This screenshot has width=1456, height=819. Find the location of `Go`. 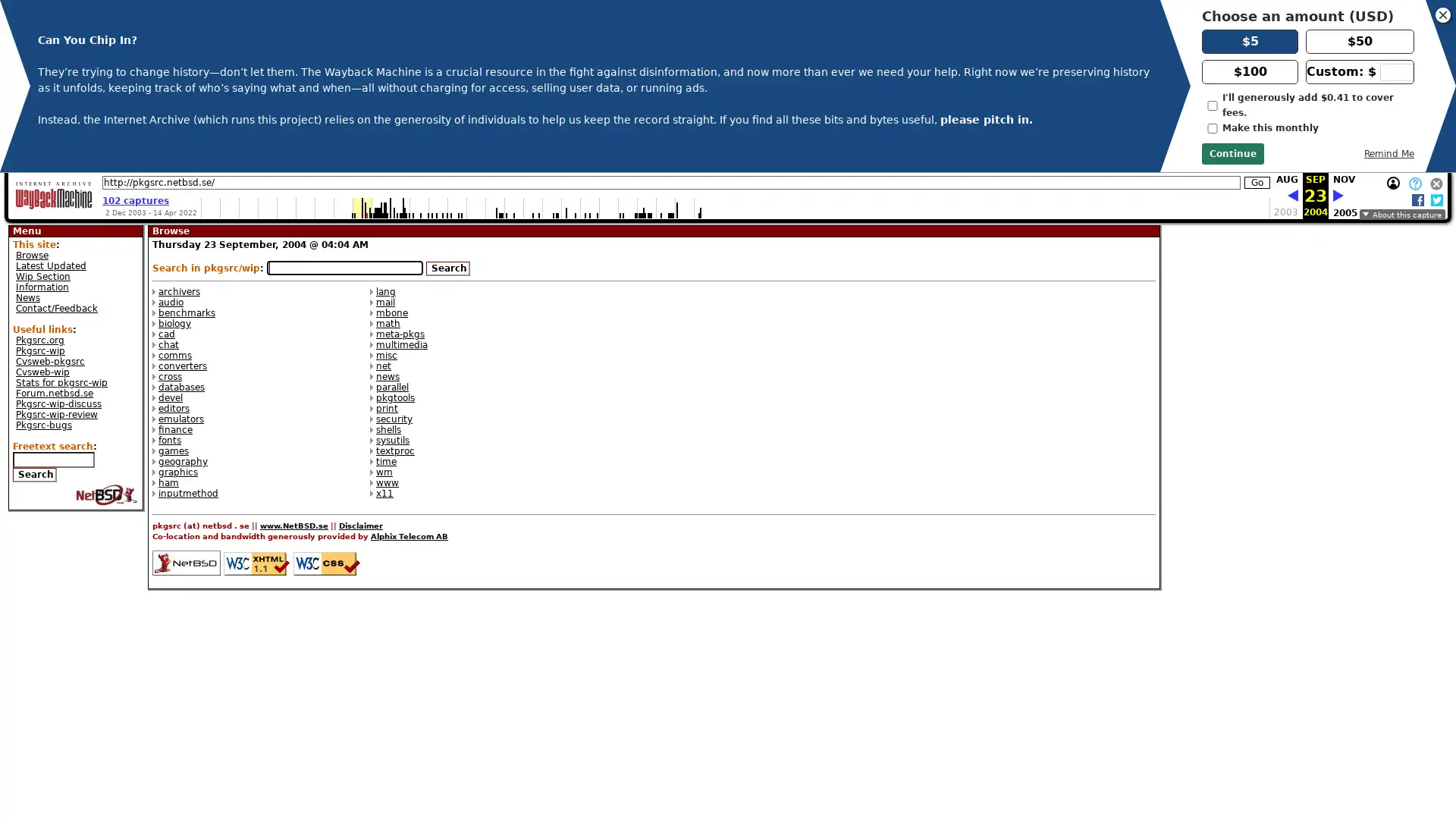

Go is located at coordinates (1257, 181).